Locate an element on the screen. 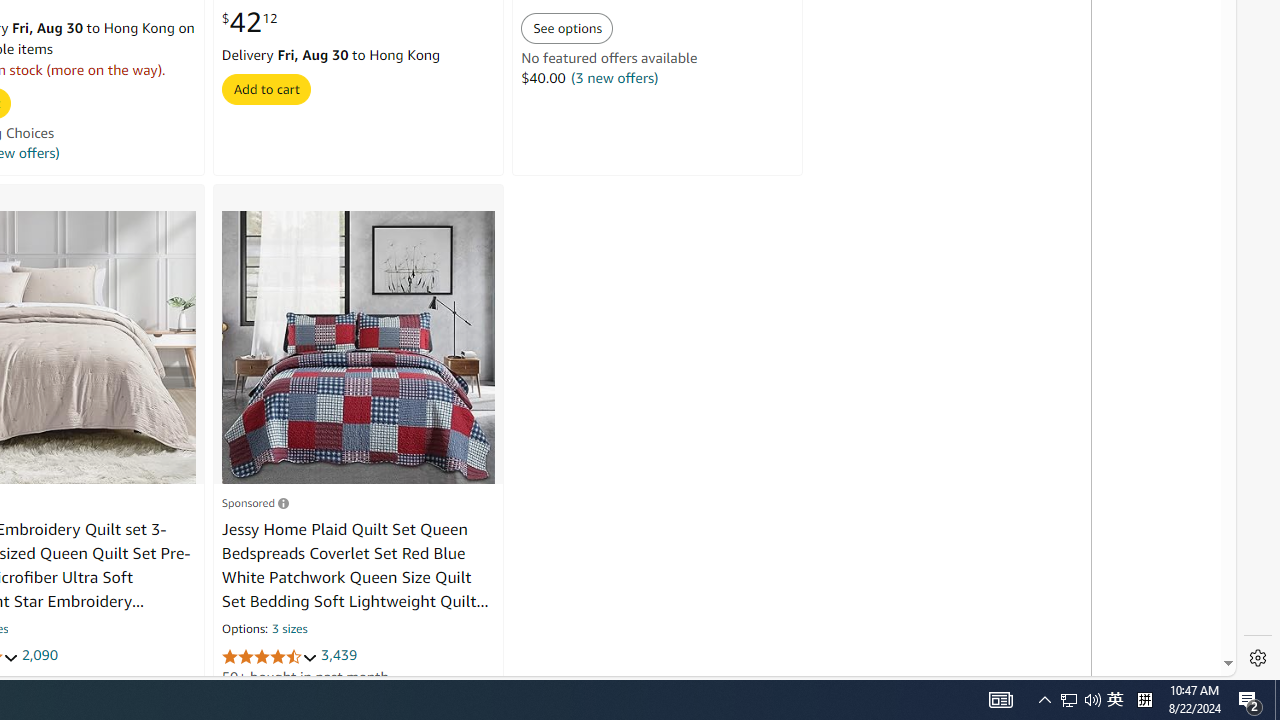 Image resolution: width=1280 pixels, height=720 pixels. 'Add to cart' is located at coordinates (264, 87).